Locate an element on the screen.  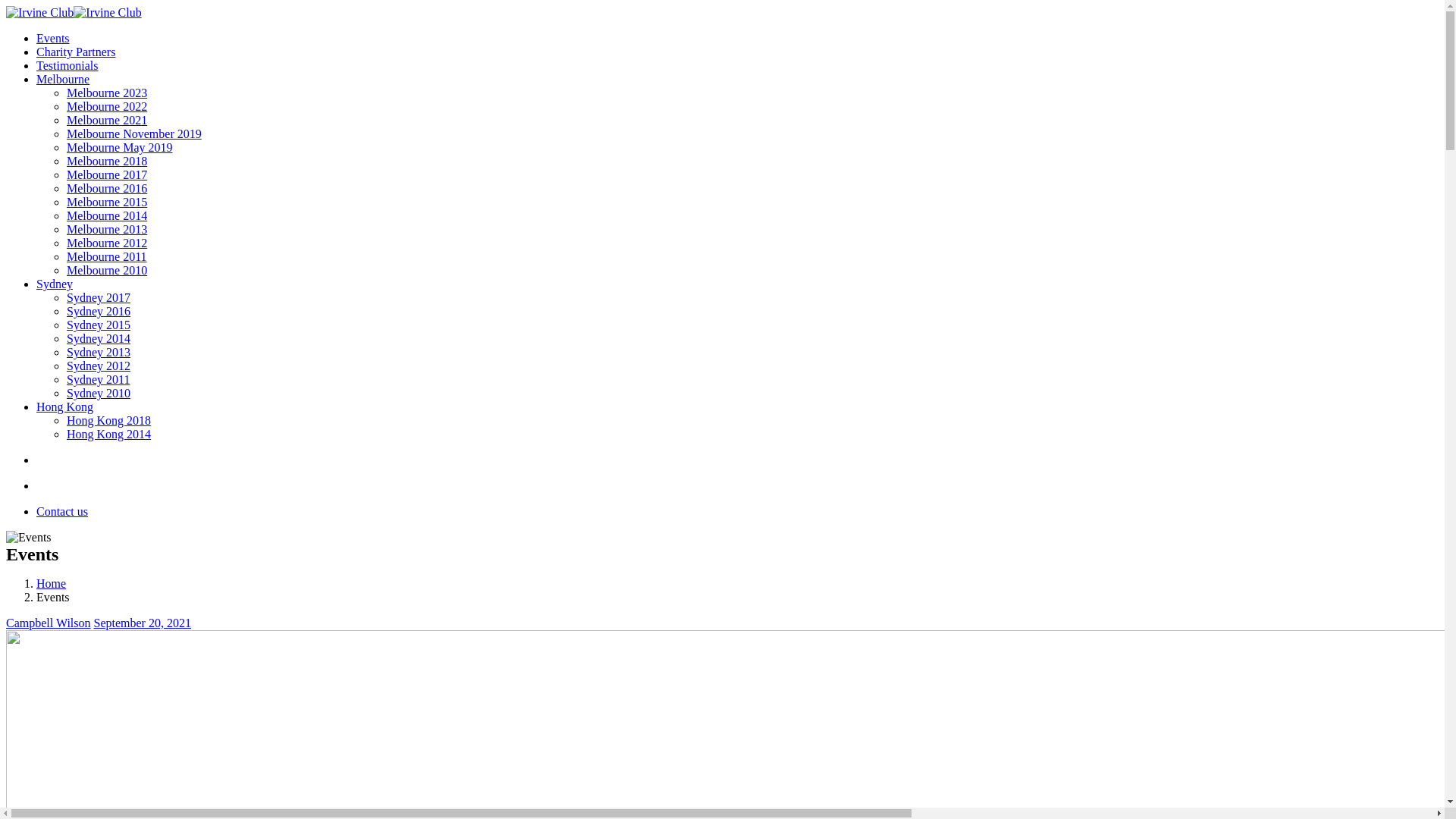
'Melbourne 2022' is located at coordinates (65, 105).